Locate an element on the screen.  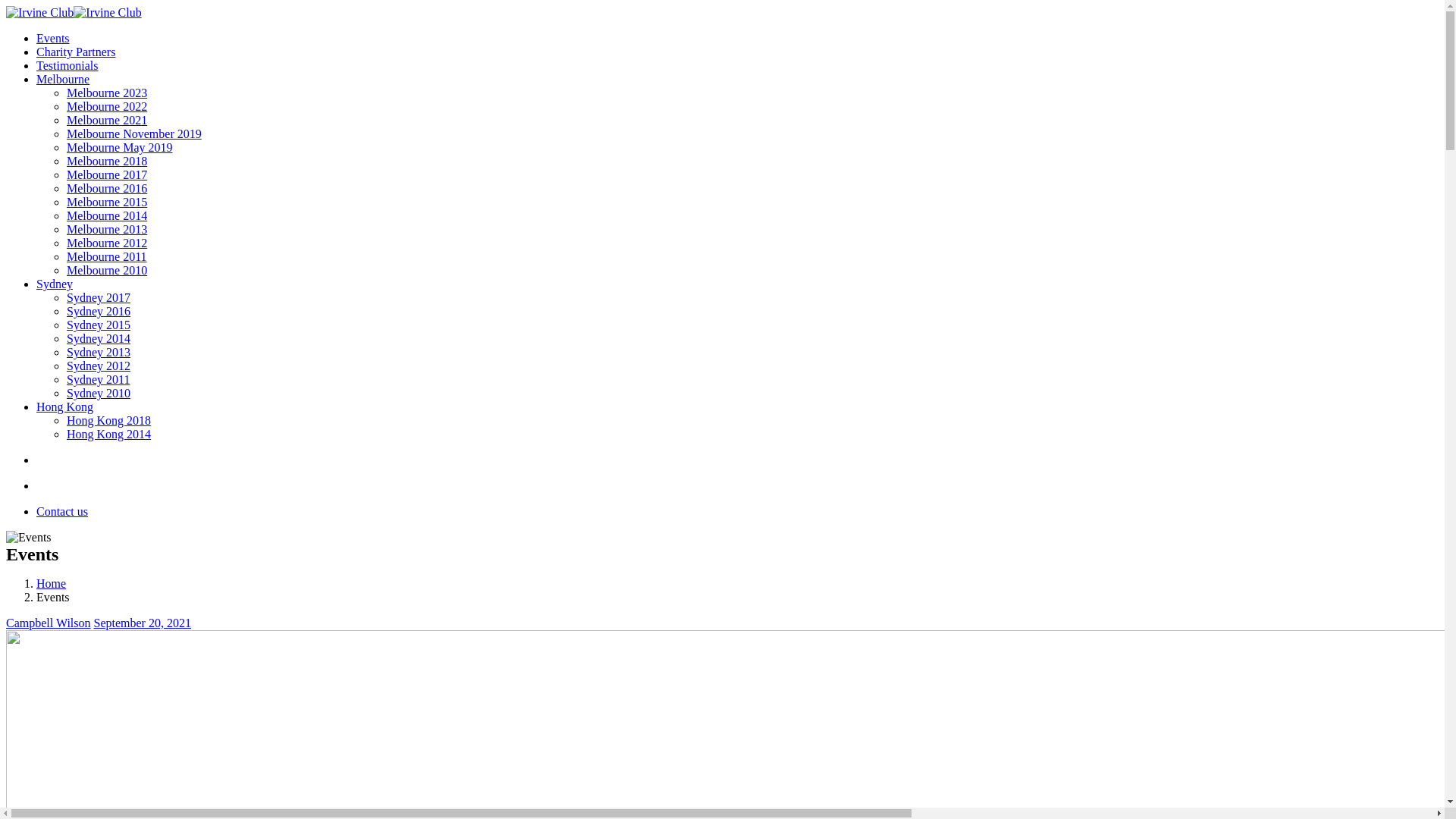
'Melbourne 2022' is located at coordinates (65, 105).